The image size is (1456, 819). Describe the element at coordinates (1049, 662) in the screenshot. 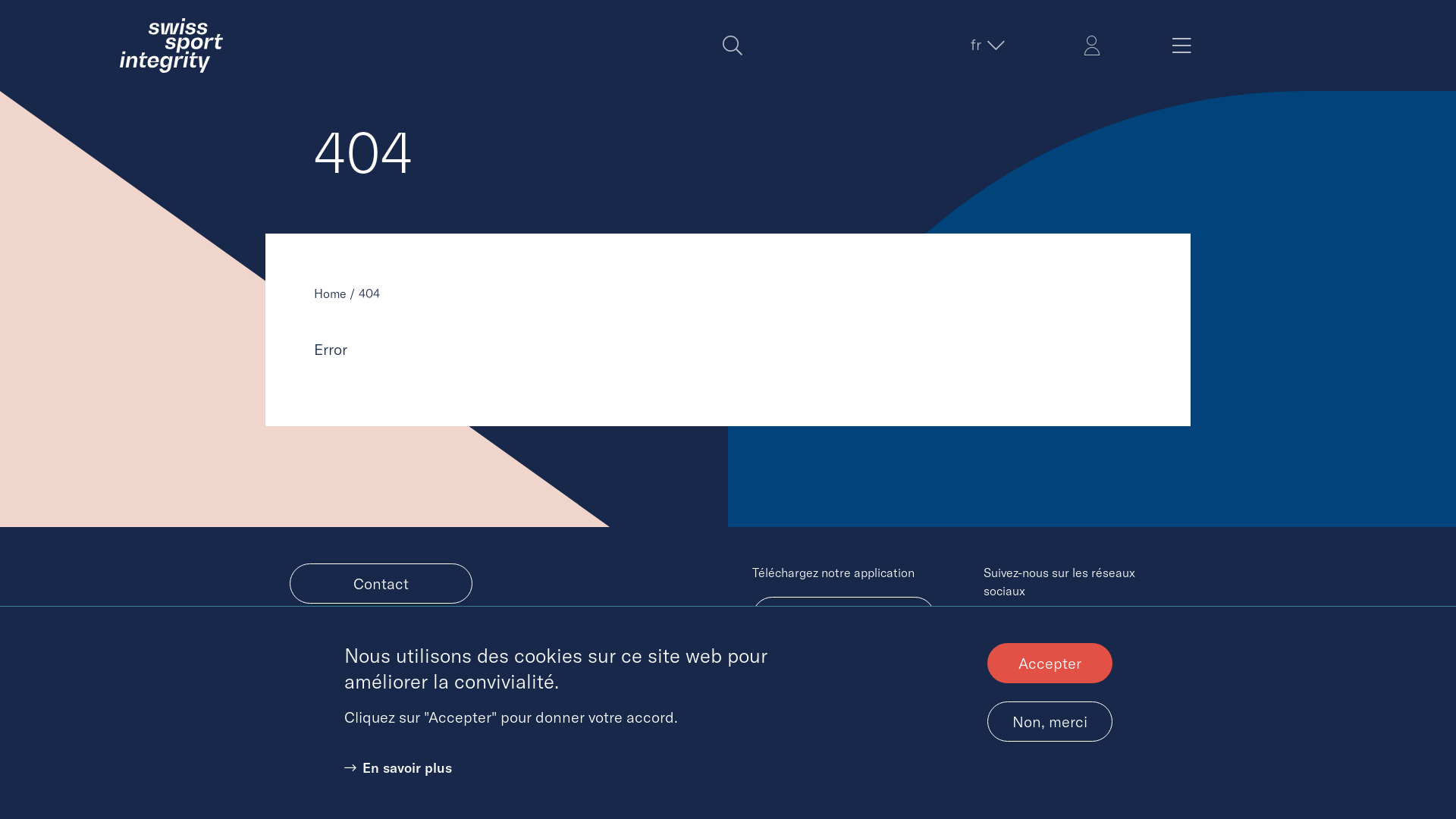

I see `'Accepter'` at that location.